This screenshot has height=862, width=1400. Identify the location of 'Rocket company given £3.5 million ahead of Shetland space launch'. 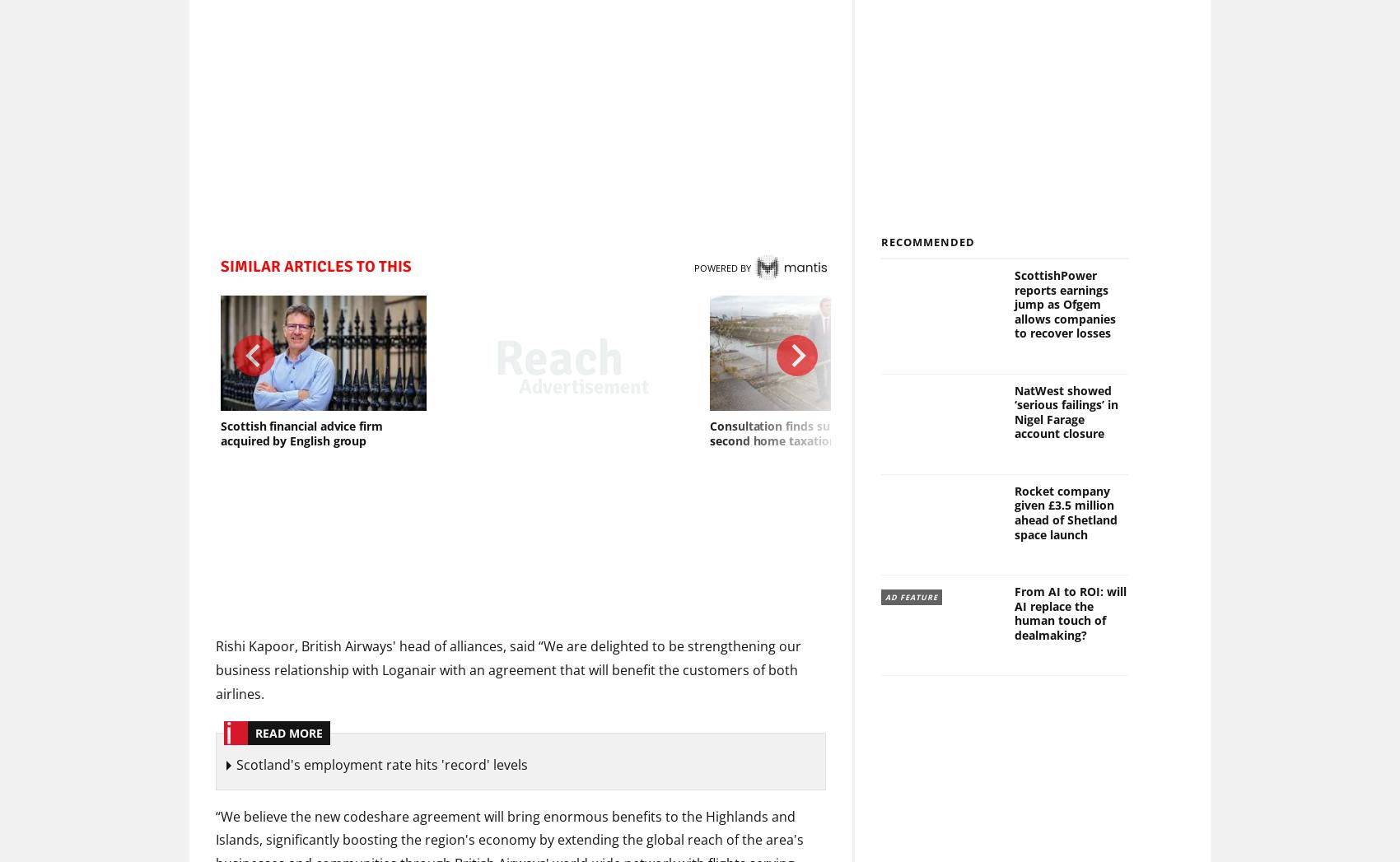
(1065, 512).